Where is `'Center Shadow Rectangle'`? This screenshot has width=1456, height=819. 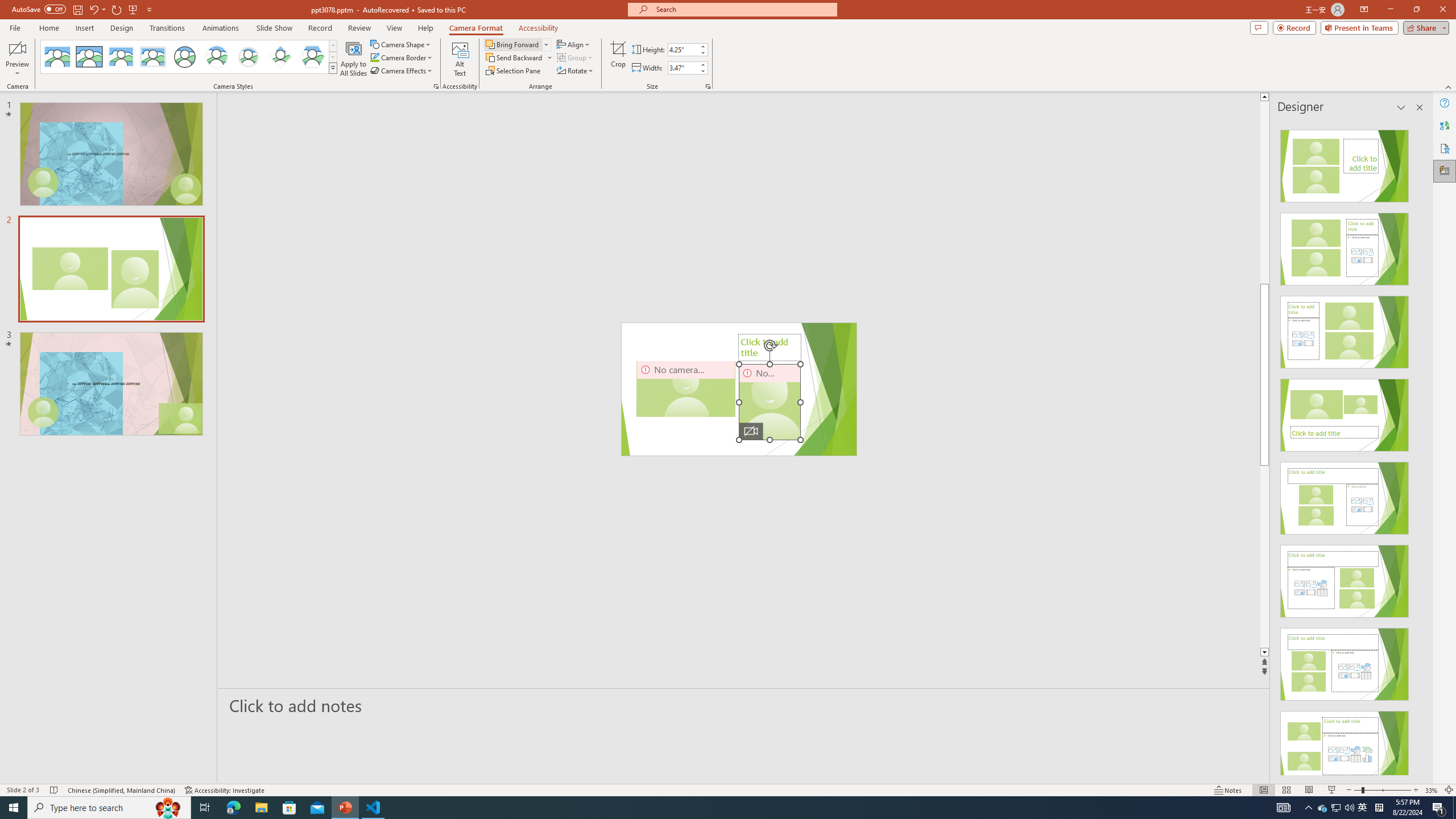
'Center Shadow Rectangle' is located at coordinates (120, 56).